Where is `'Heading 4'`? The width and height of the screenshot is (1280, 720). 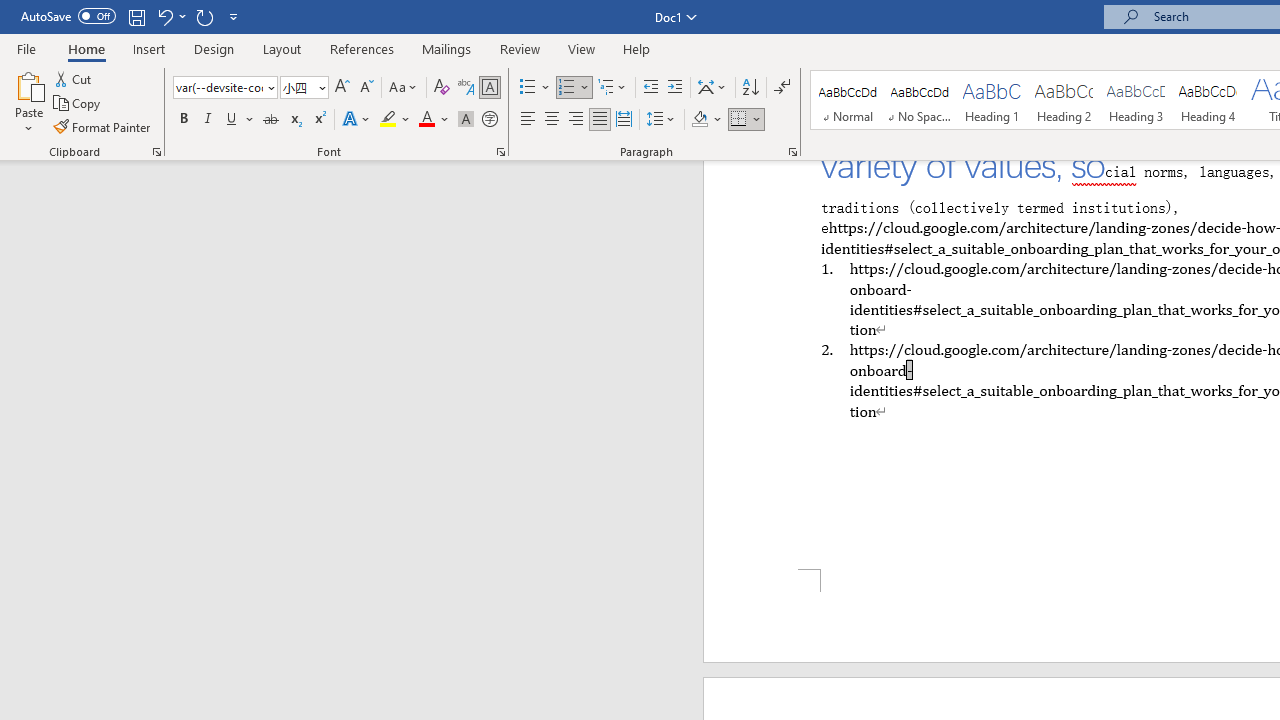
'Heading 4' is located at coordinates (1207, 100).